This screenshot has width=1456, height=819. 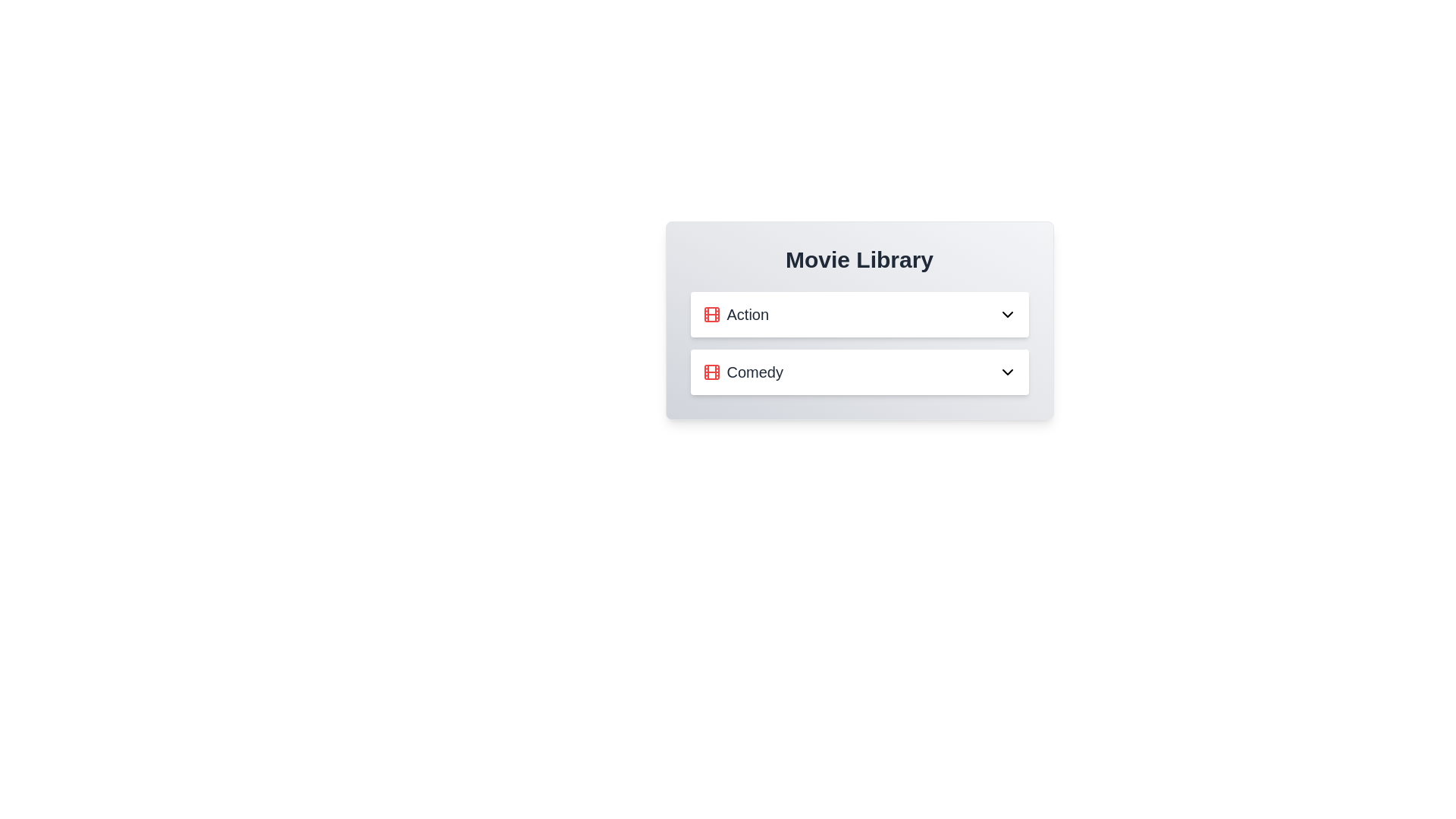 What do you see at coordinates (859, 314) in the screenshot?
I see `the text of the genre name Action` at bounding box center [859, 314].